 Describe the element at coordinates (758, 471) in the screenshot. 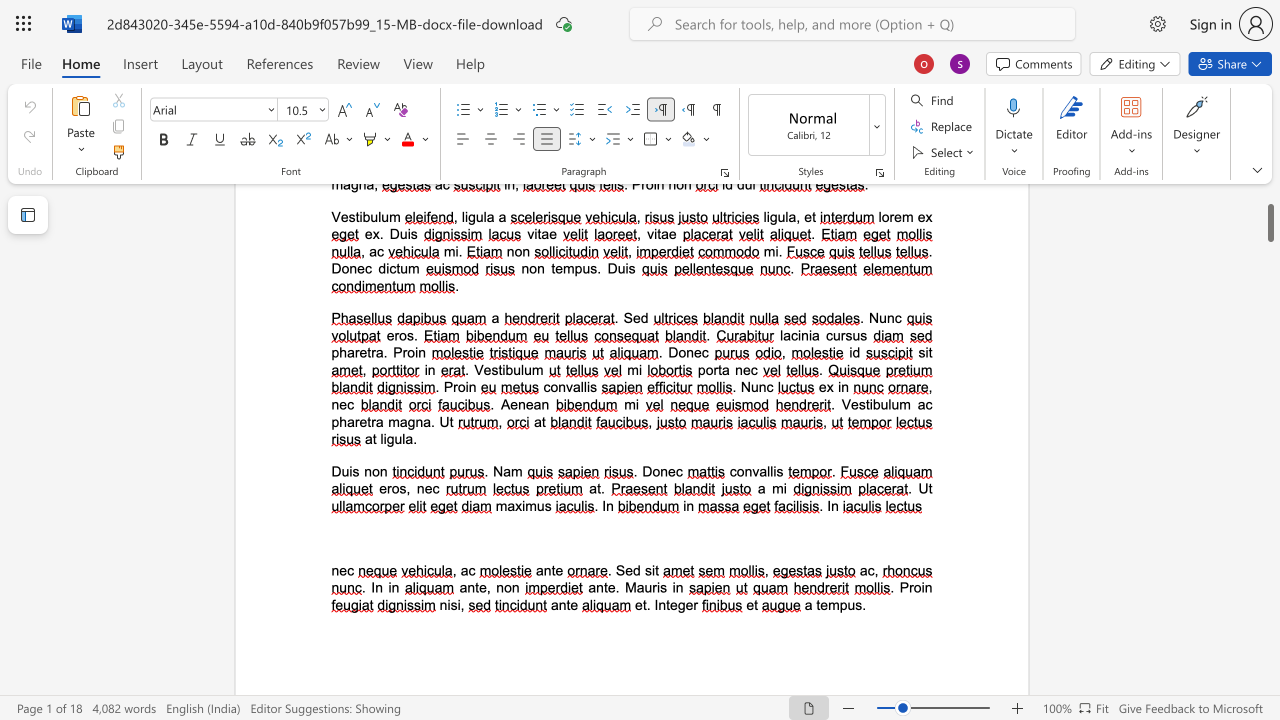

I see `the space between the continuous character "v" and "a" in the text` at that location.